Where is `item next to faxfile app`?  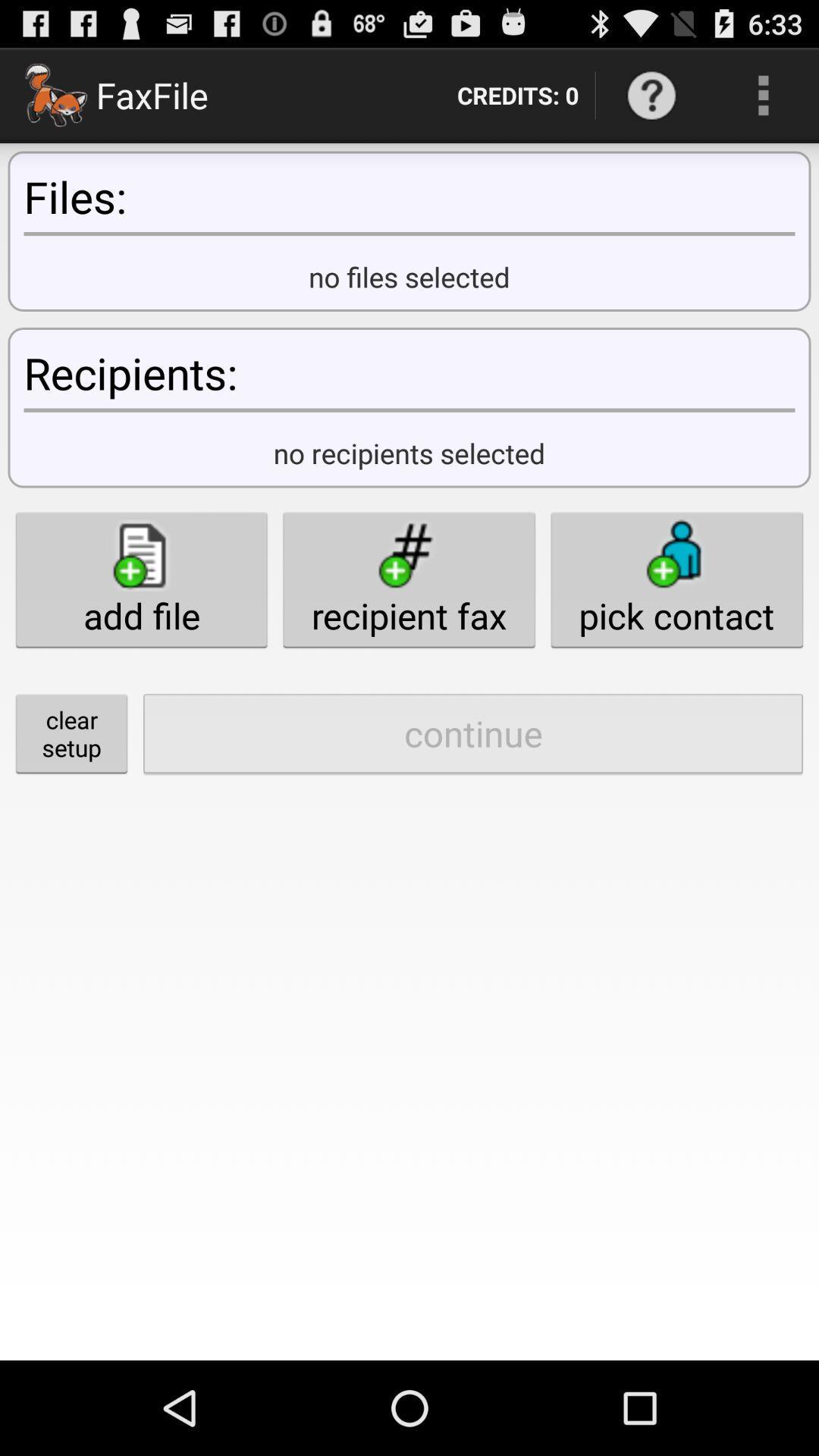 item next to faxfile app is located at coordinates (517, 94).